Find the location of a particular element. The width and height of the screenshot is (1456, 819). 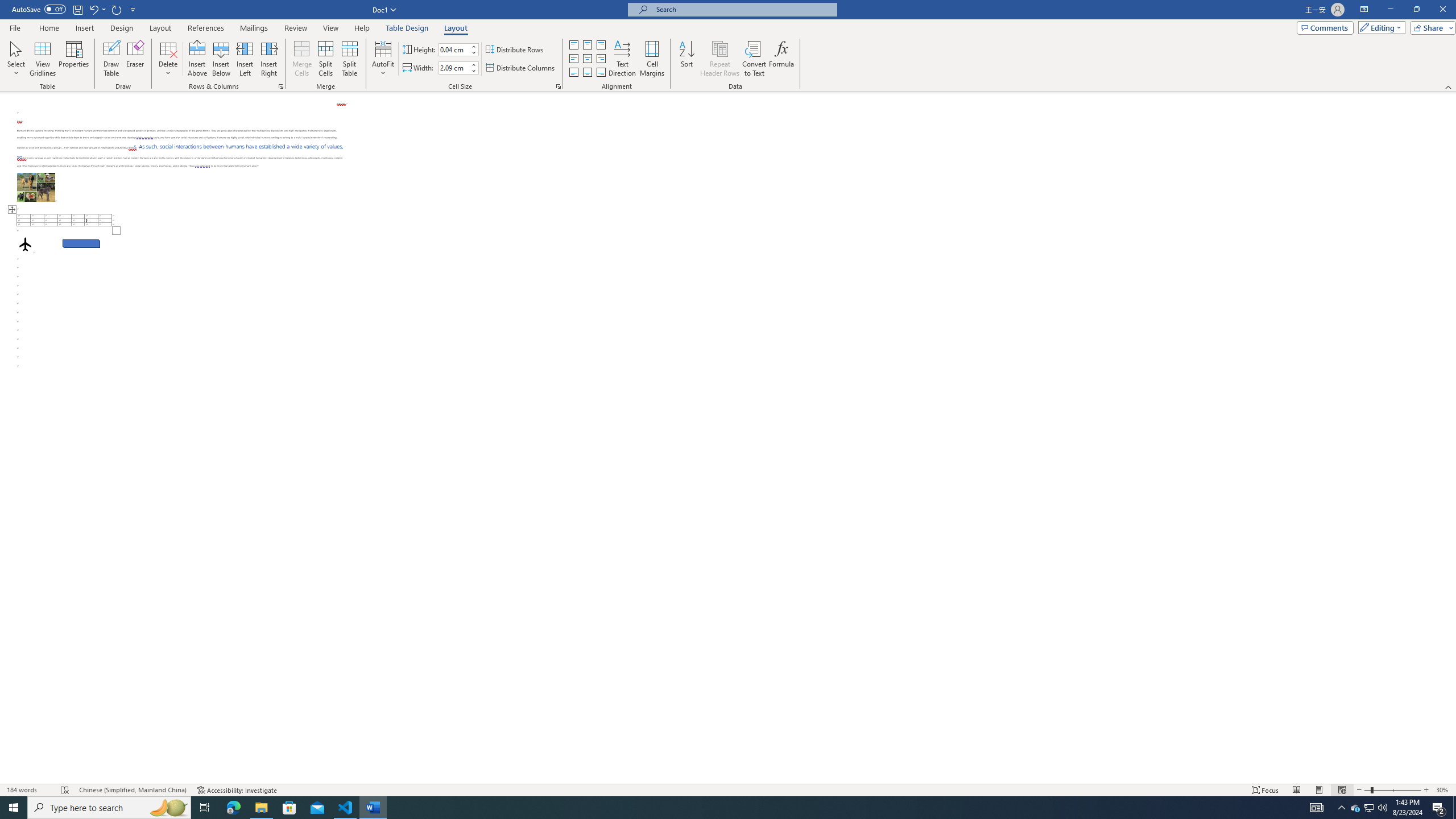

'Zoom' is located at coordinates (1392, 790).